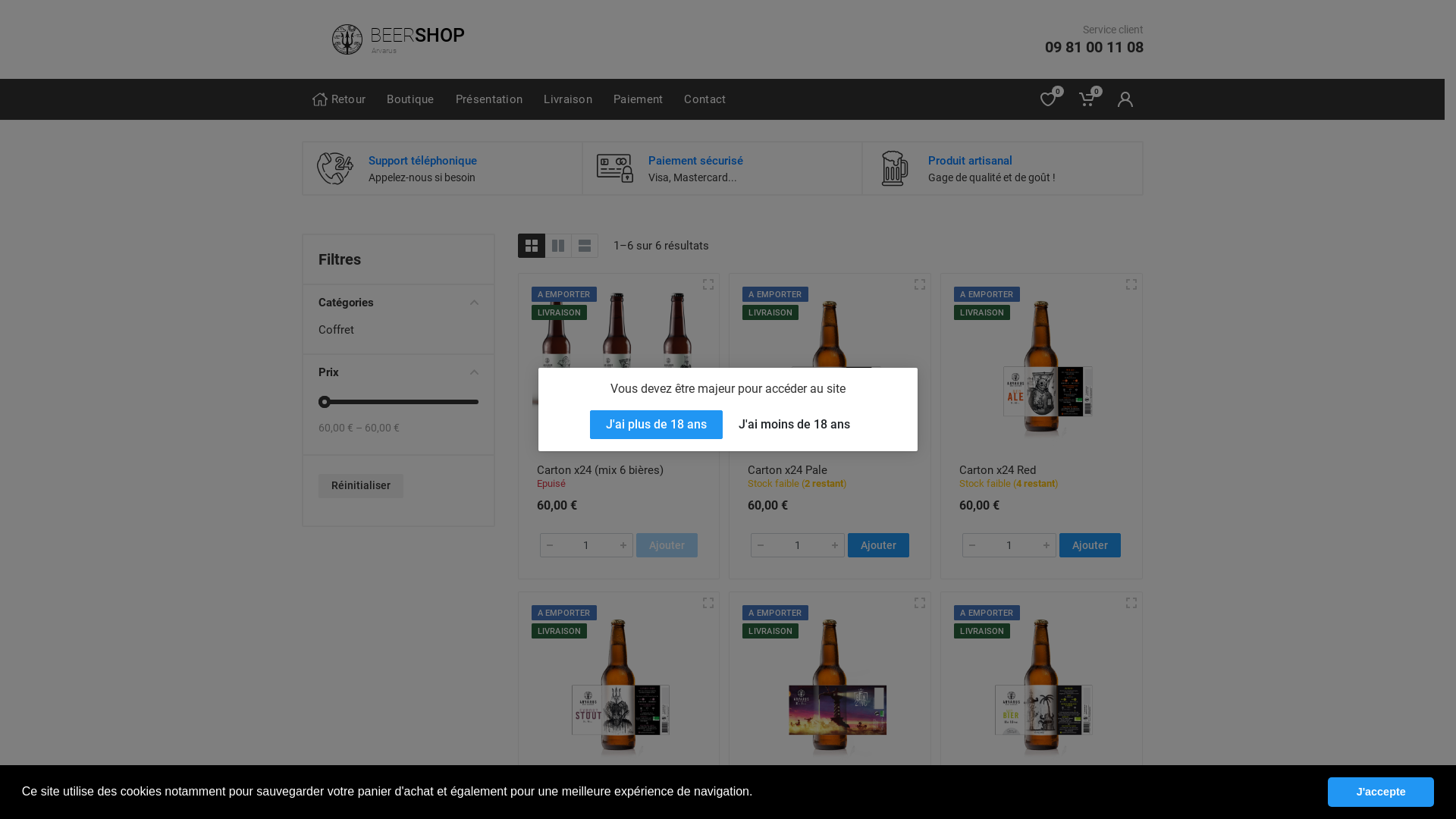 The width and height of the screenshot is (1456, 819). What do you see at coordinates (398, 329) in the screenshot?
I see `'Coffret'` at bounding box center [398, 329].